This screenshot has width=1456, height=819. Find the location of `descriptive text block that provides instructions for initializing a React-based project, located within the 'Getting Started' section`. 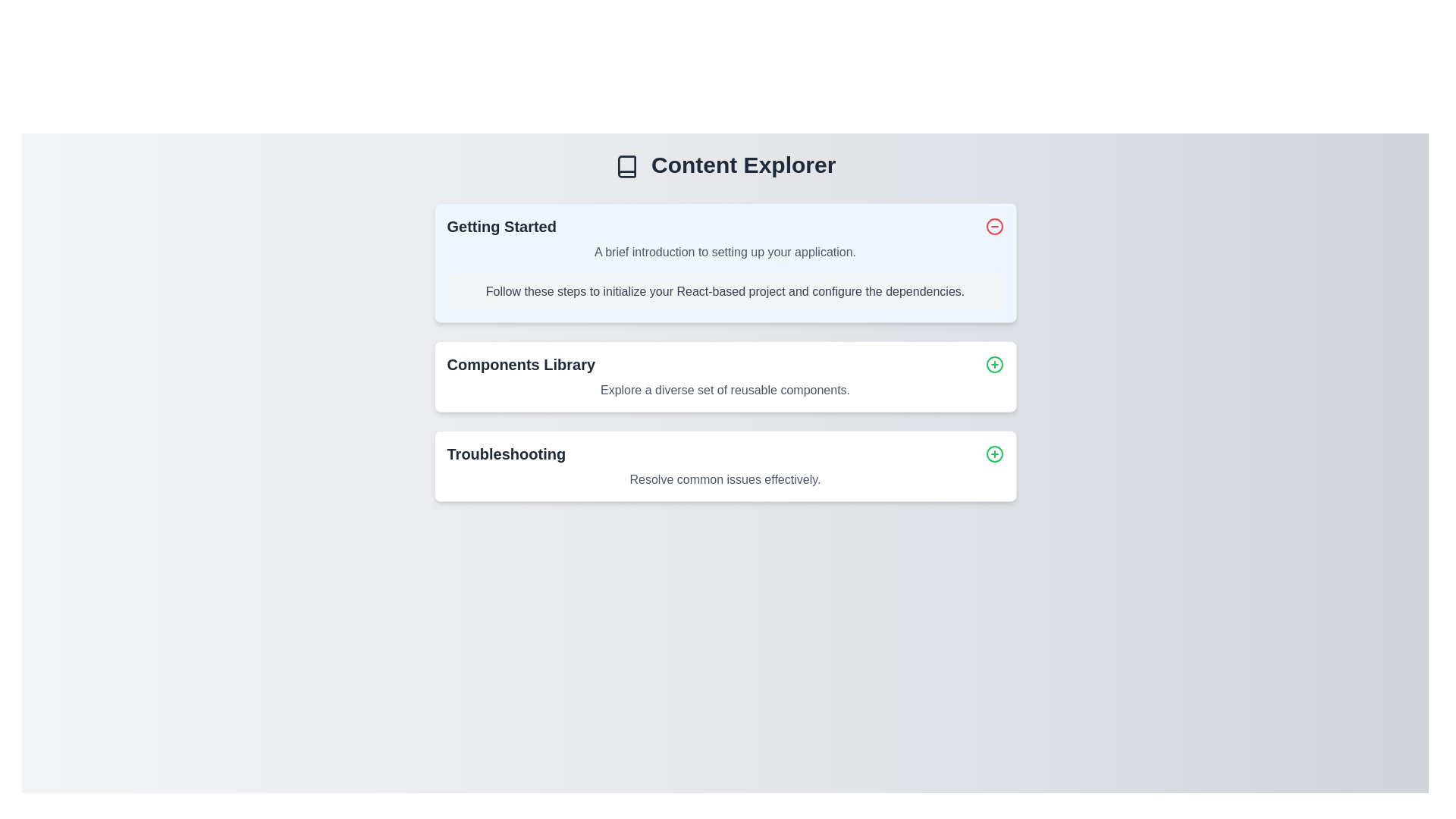

descriptive text block that provides instructions for initializing a React-based project, located within the 'Getting Started' section is located at coordinates (724, 292).